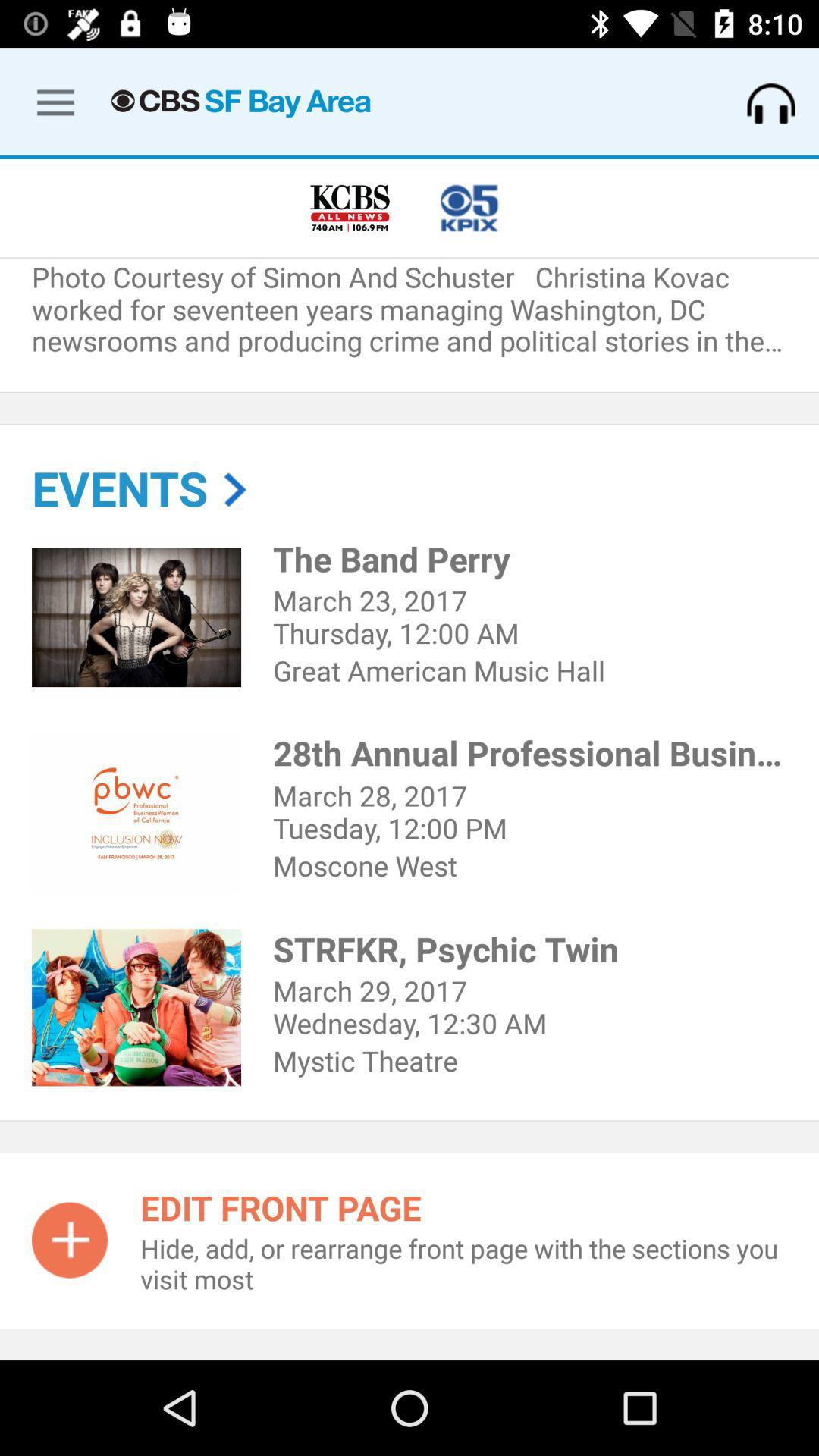 This screenshot has height=1456, width=819. What do you see at coordinates (42, 98) in the screenshot?
I see `the menu icon` at bounding box center [42, 98].